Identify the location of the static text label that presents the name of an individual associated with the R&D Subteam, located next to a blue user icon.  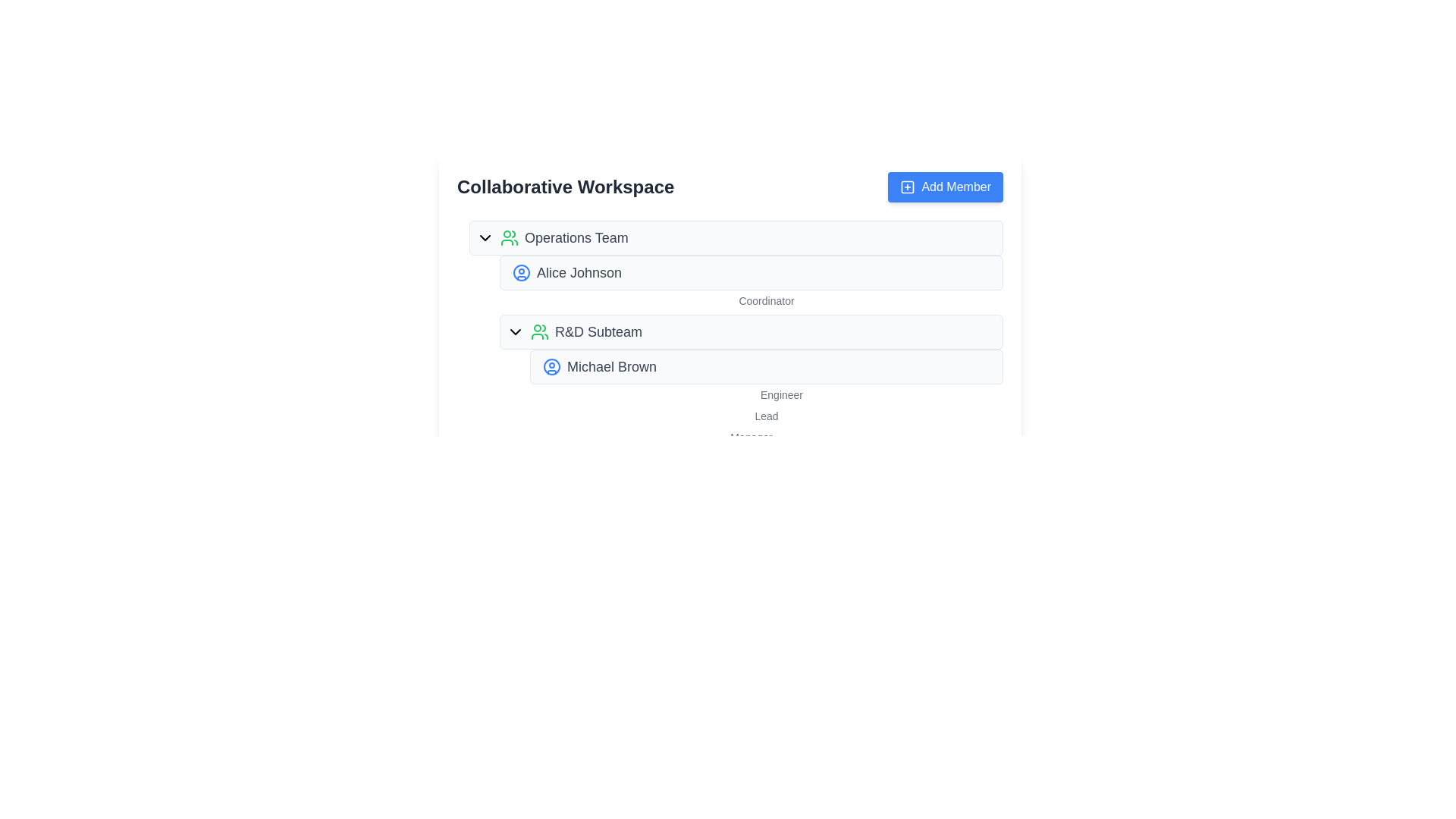
(611, 366).